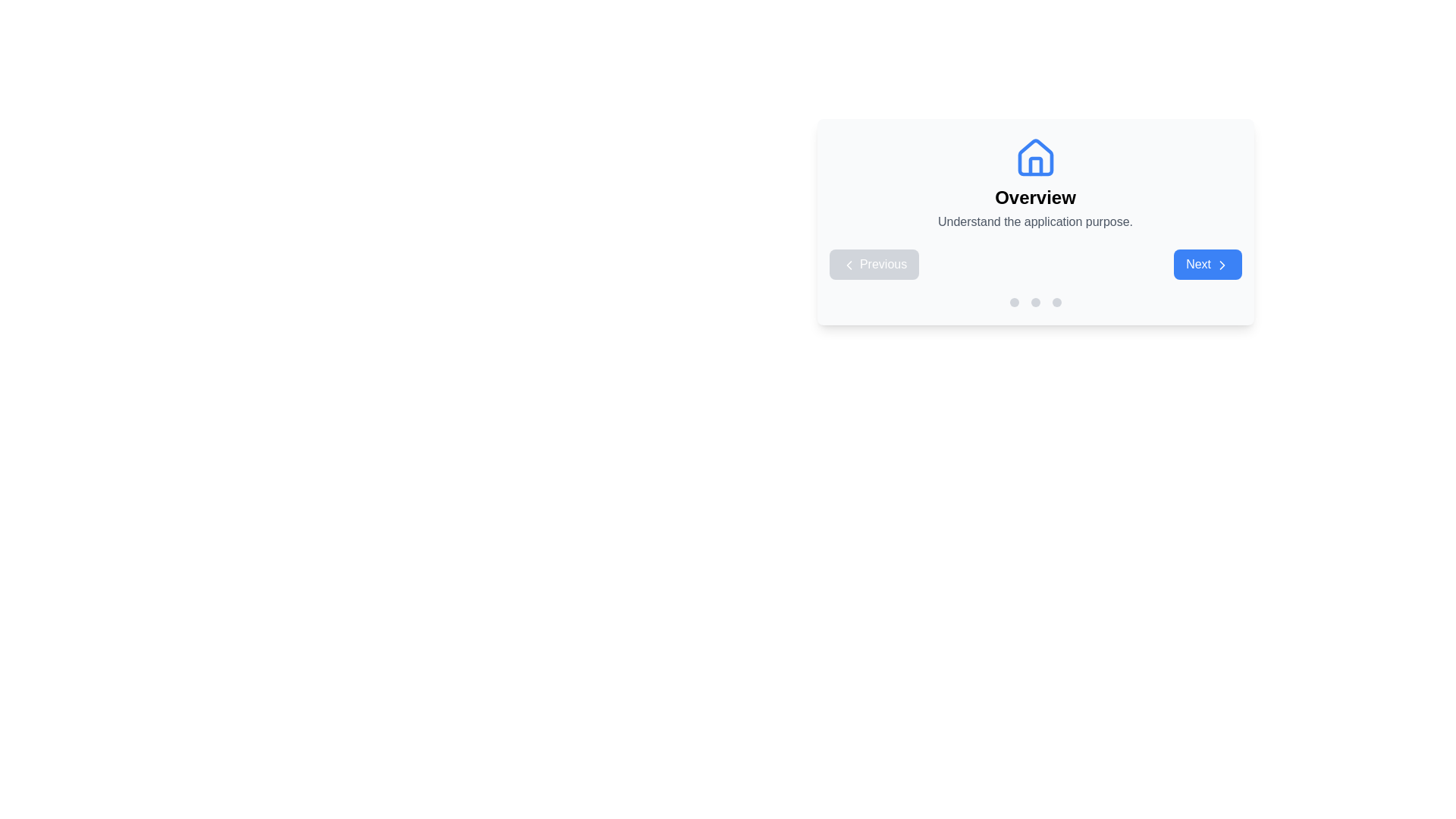 The height and width of the screenshot is (819, 1456). What do you see at coordinates (1056, 302) in the screenshot?
I see `the third circular indicator for steps or progress, which represents the last state in a multi-step process` at bounding box center [1056, 302].